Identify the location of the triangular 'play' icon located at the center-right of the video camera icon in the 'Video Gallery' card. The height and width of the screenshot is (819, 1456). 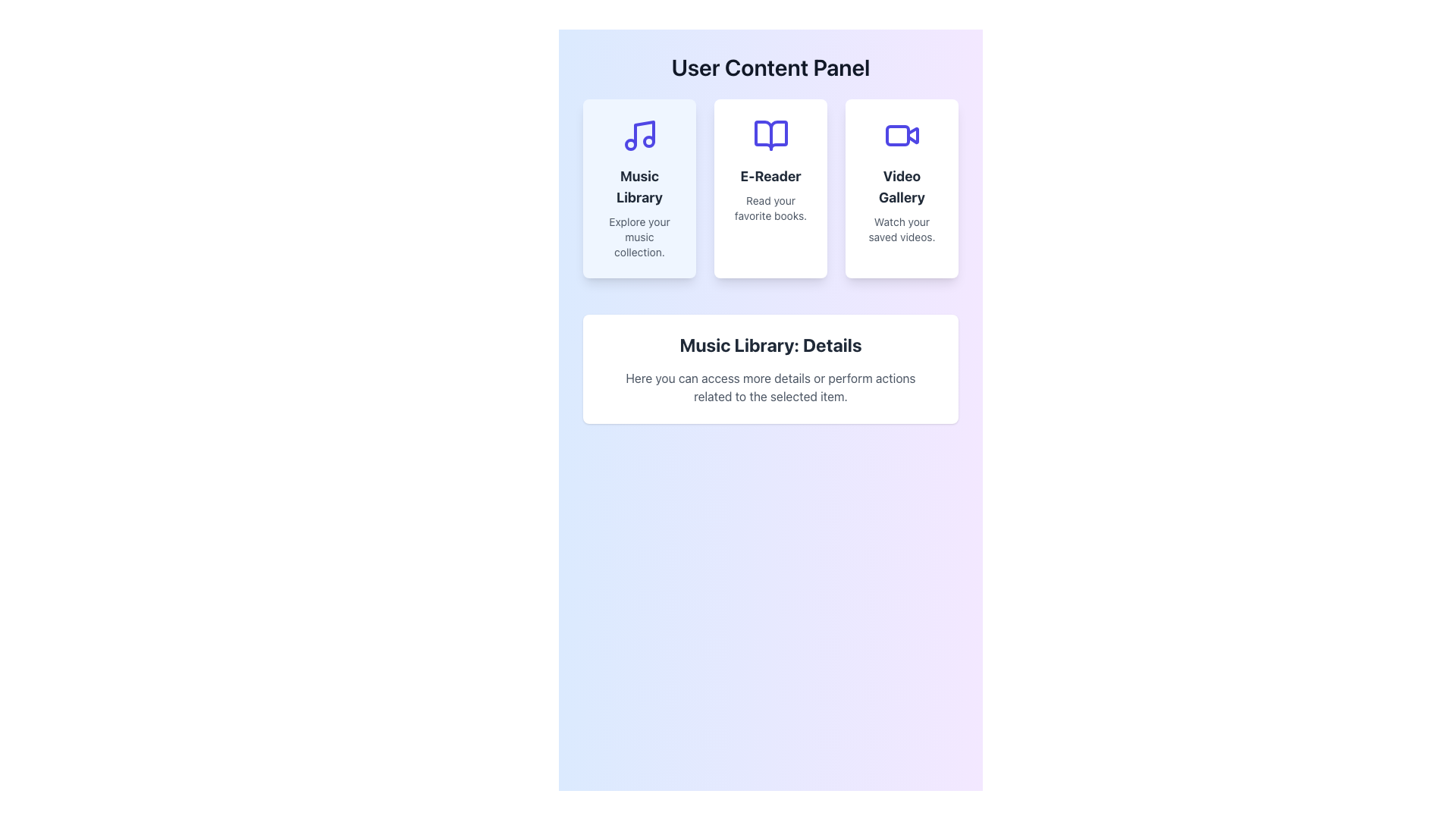
(912, 134).